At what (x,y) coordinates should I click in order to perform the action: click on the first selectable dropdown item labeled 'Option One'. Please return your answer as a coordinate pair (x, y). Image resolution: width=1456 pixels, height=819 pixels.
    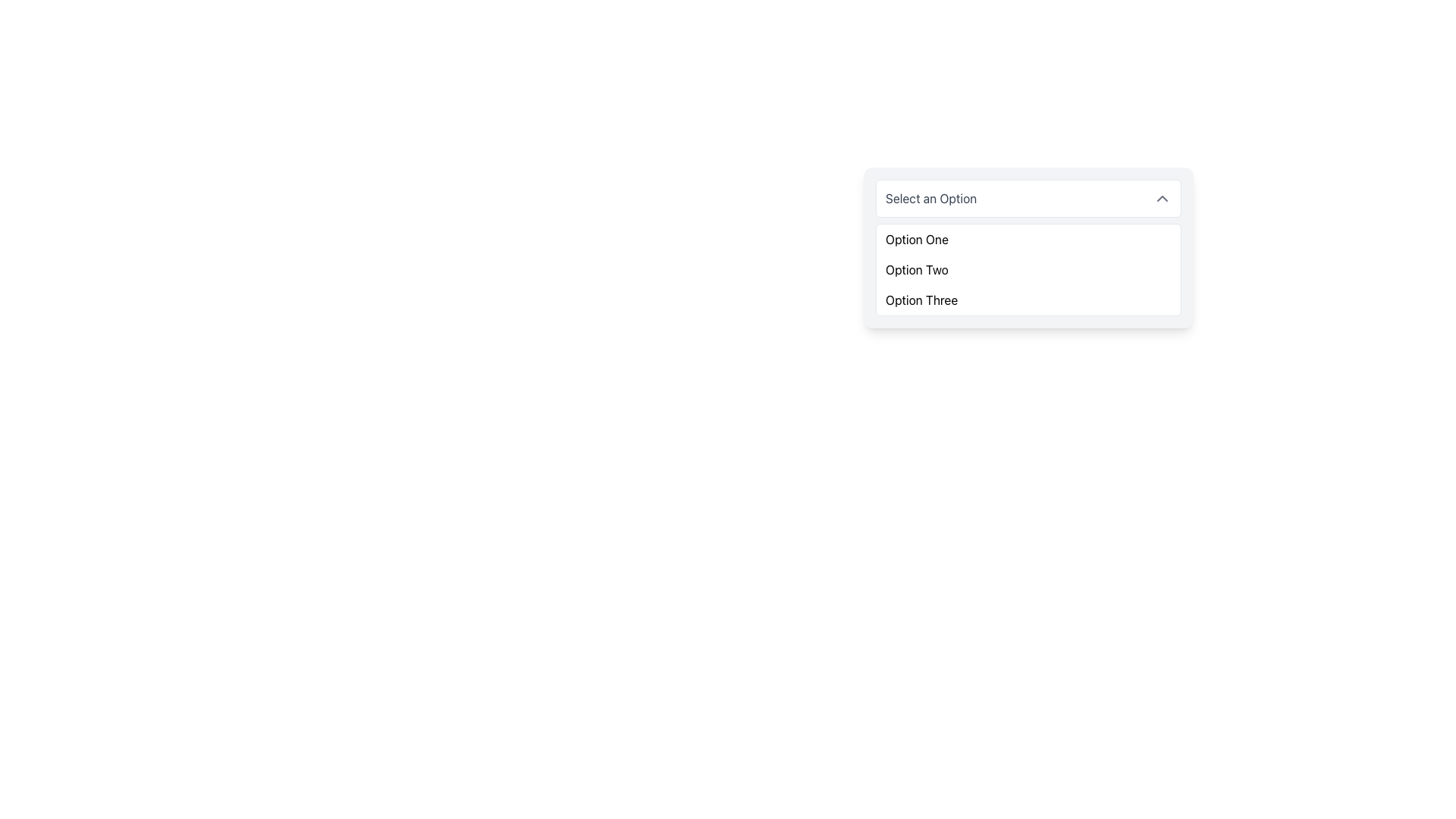
    Looking at the image, I should click on (1028, 239).